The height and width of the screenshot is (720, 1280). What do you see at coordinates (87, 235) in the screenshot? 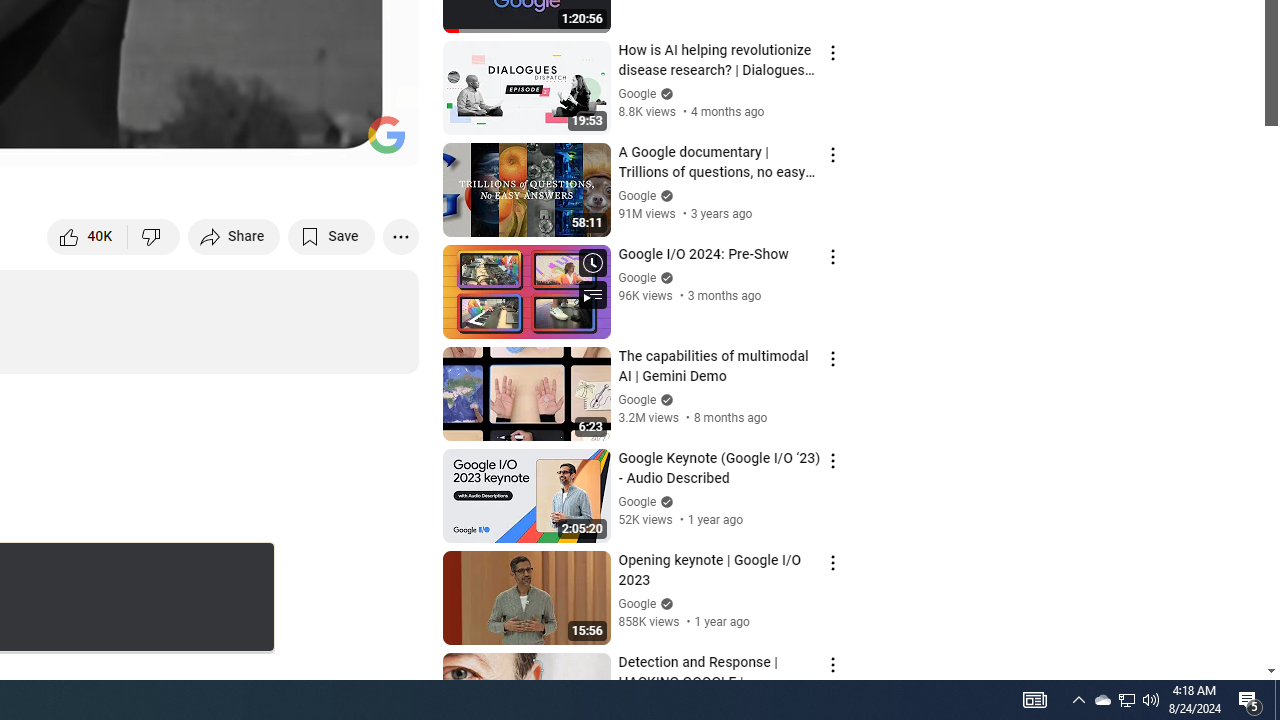
I see `'like this video along with 40,865 other people'` at bounding box center [87, 235].